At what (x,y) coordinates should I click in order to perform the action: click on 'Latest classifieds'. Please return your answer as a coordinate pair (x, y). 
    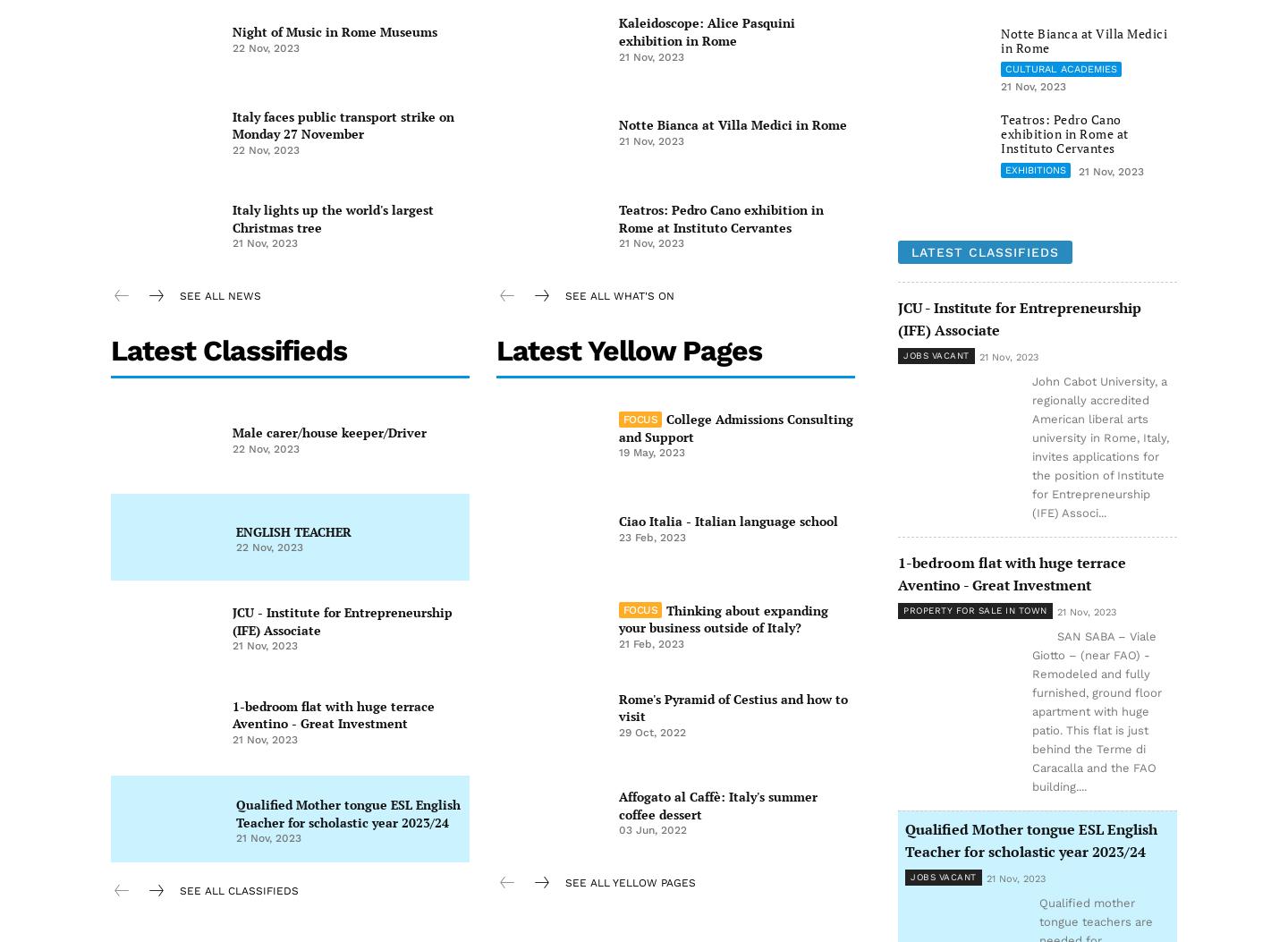
    Looking at the image, I should click on (984, 250).